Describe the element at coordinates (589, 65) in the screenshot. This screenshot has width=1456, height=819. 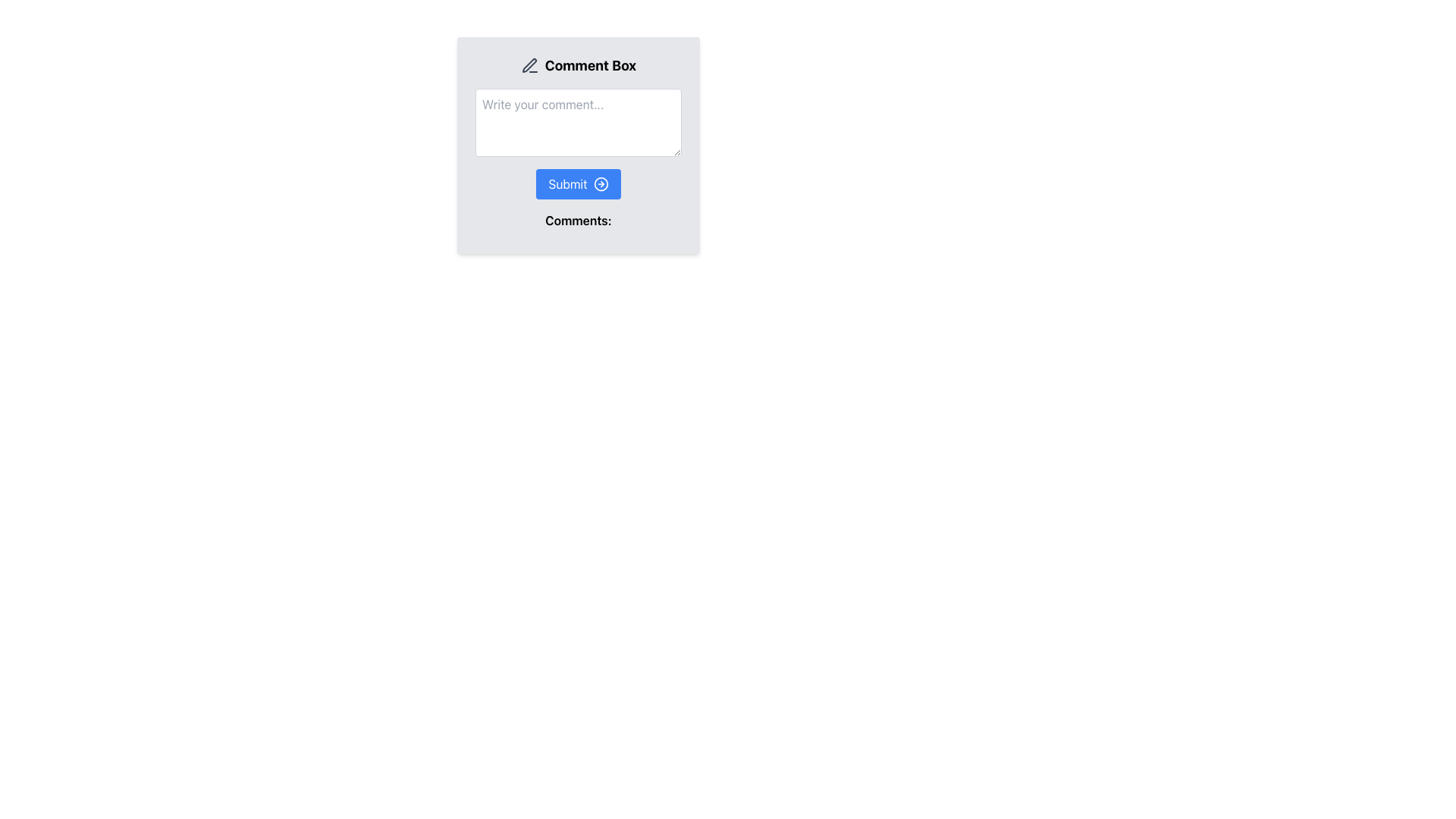
I see `the bold text element labeled 'Comment Box' that is positioned next to a pen icon, indicating the title for the comment section` at that location.